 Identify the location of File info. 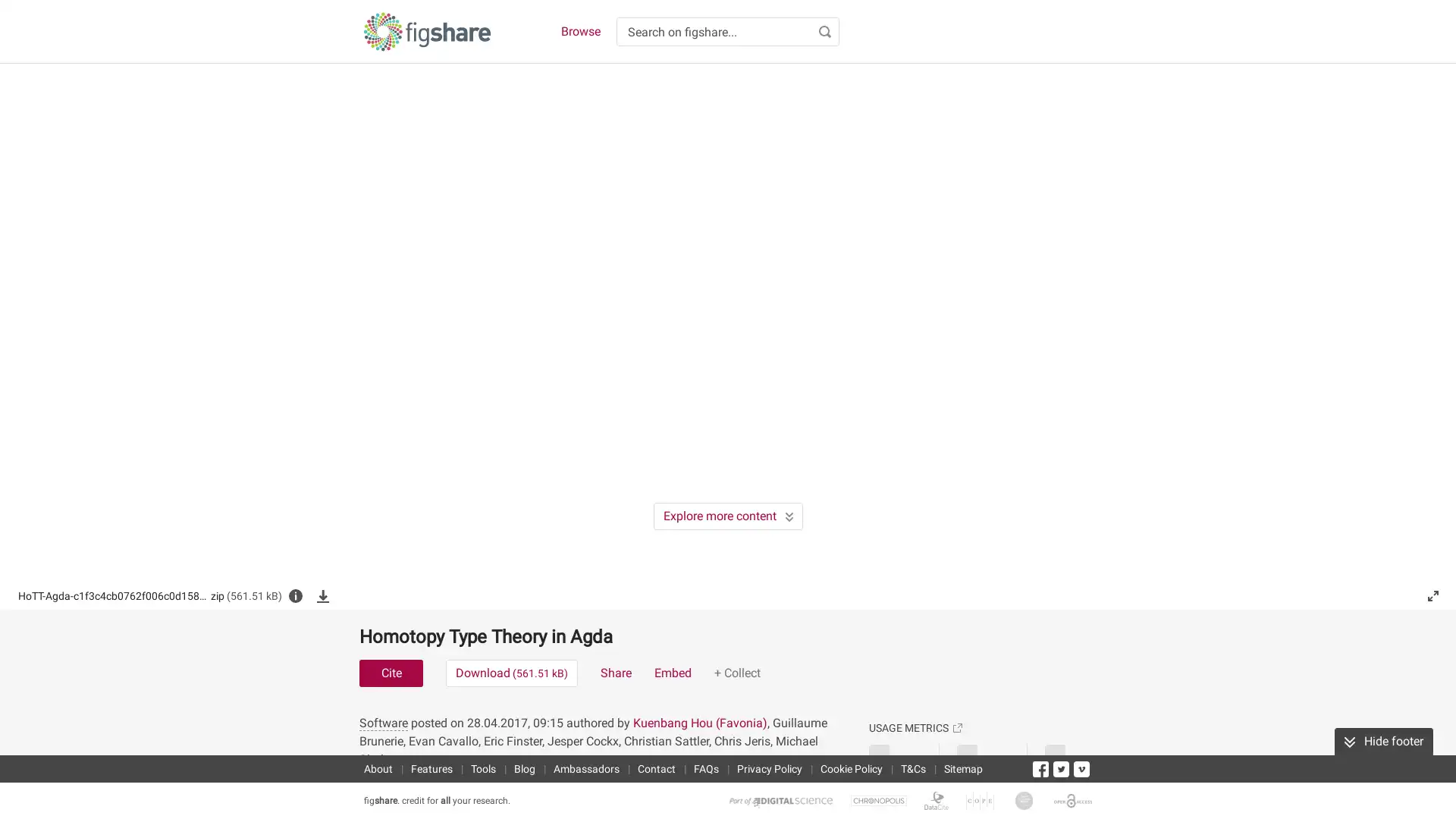
(295, 646).